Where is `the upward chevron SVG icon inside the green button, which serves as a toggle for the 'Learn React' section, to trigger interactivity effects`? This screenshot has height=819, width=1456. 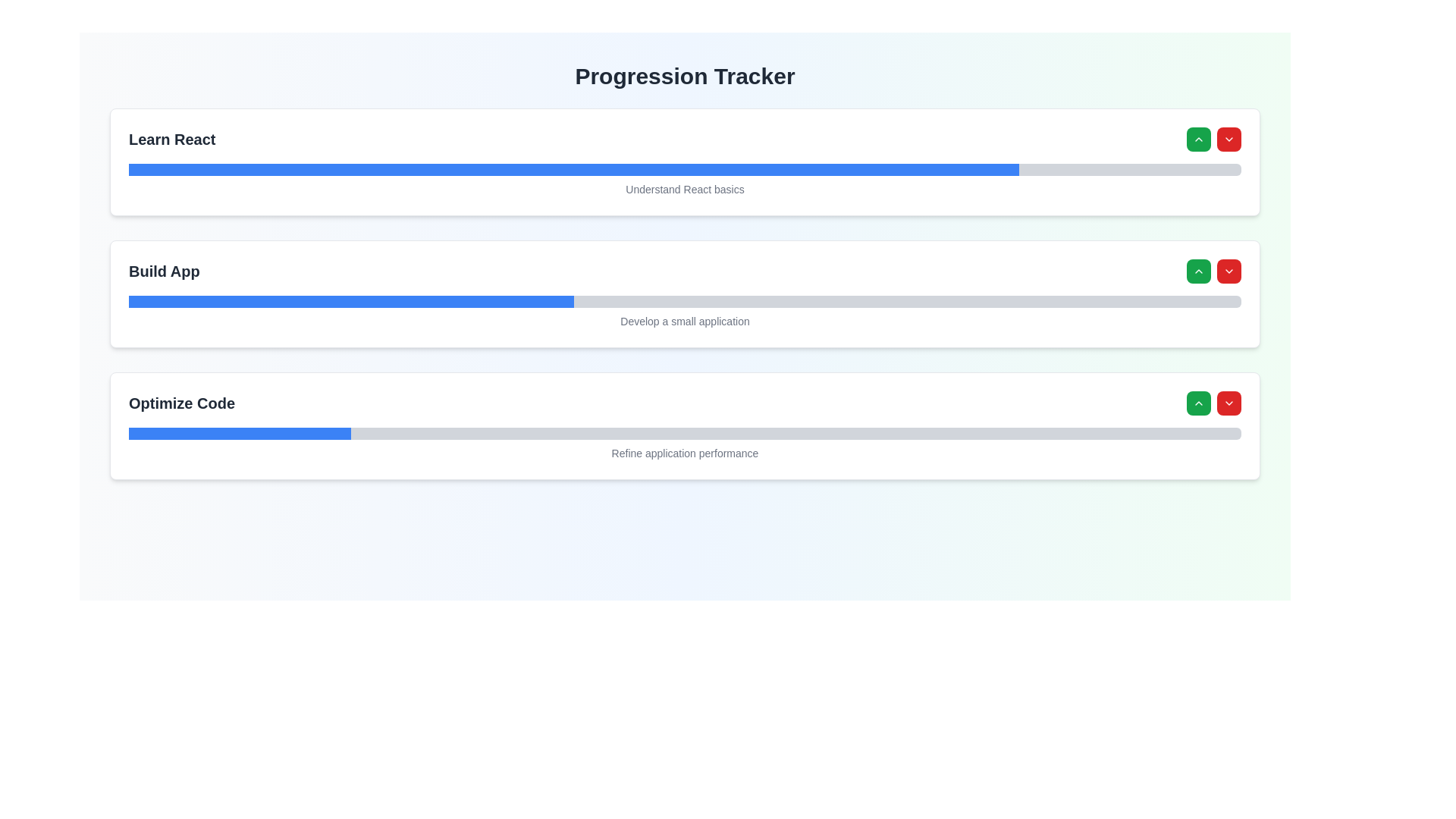 the upward chevron SVG icon inside the green button, which serves as a toggle for the 'Learn React' section, to trigger interactivity effects is located at coordinates (1197, 140).